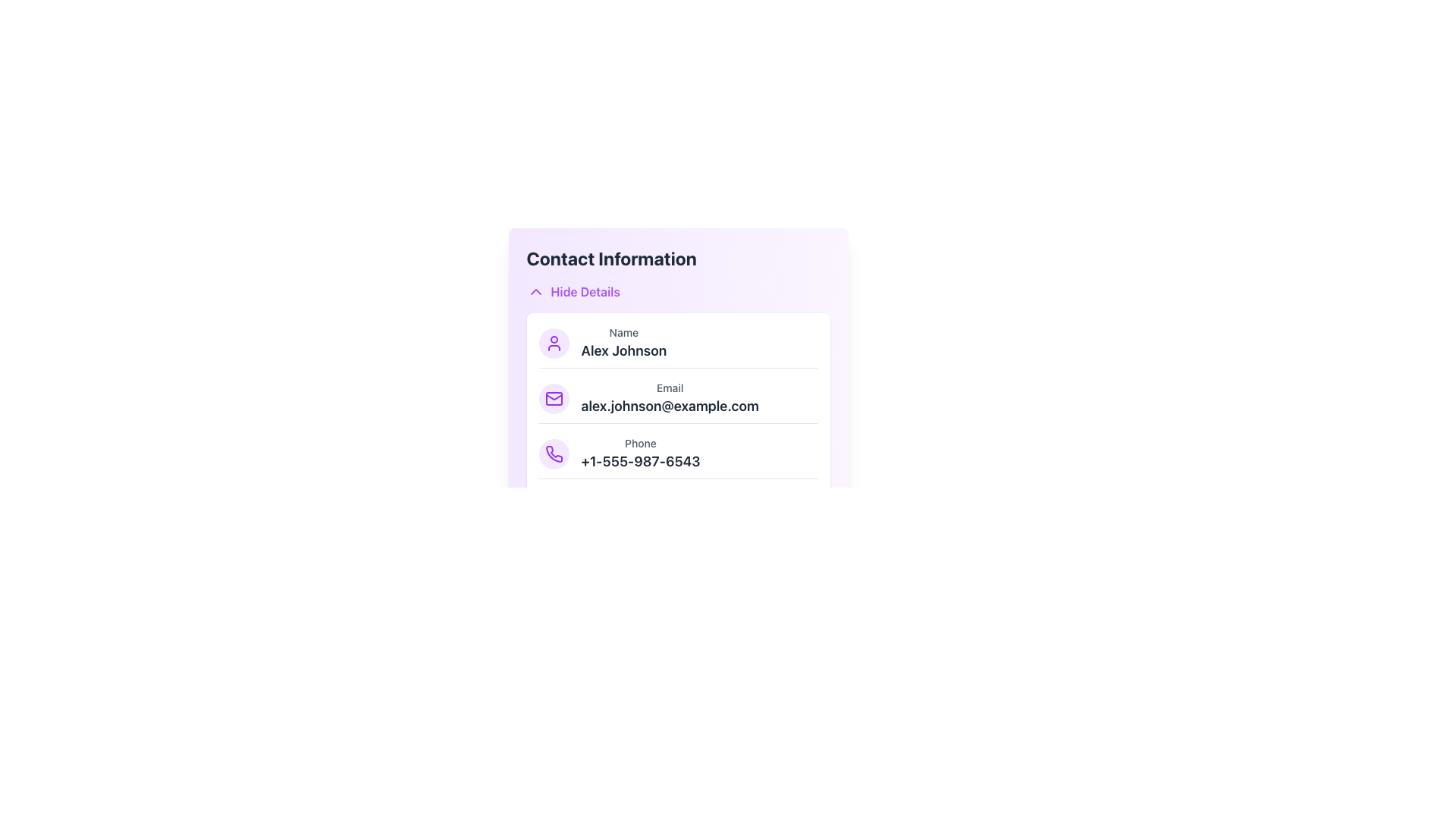 The image size is (1456, 819). I want to click on the small circular icon with a light purple background and a white envelope glyph outlined in purple, located to the left of the email address 'alex.johnson@example.com' in the 'Email' section of the contact information card, so click(553, 397).